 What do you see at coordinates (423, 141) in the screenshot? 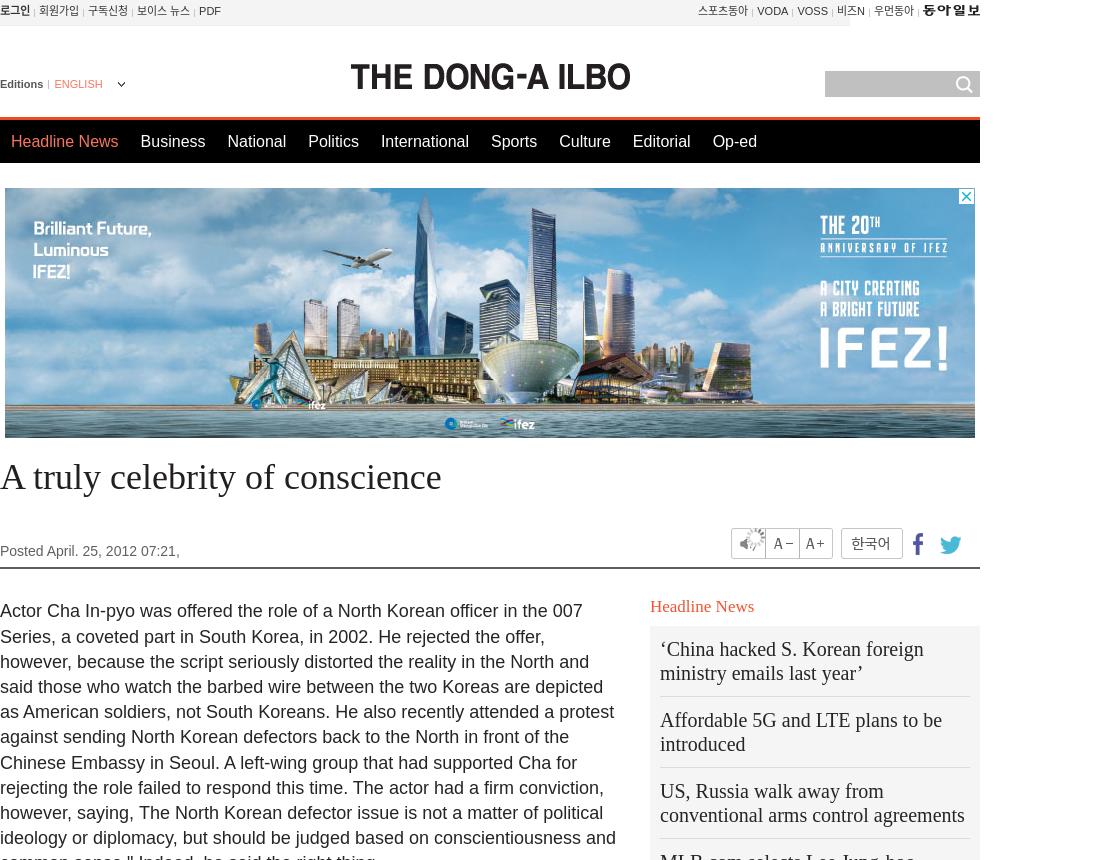
I see `'International'` at bounding box center [423, 141].